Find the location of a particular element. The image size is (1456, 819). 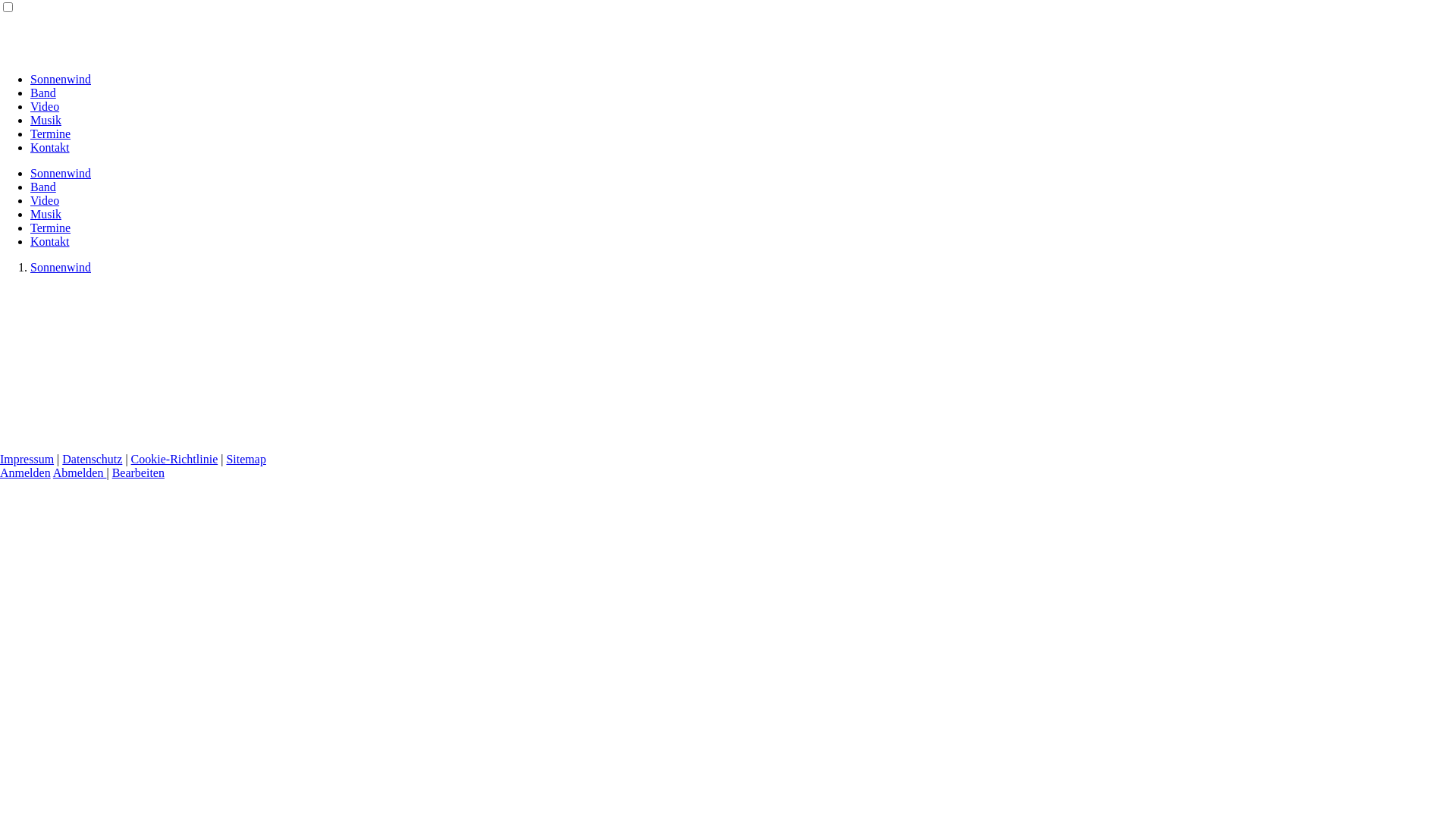

'Cookie-Richtlinie' is located at coordinates (174, 458).